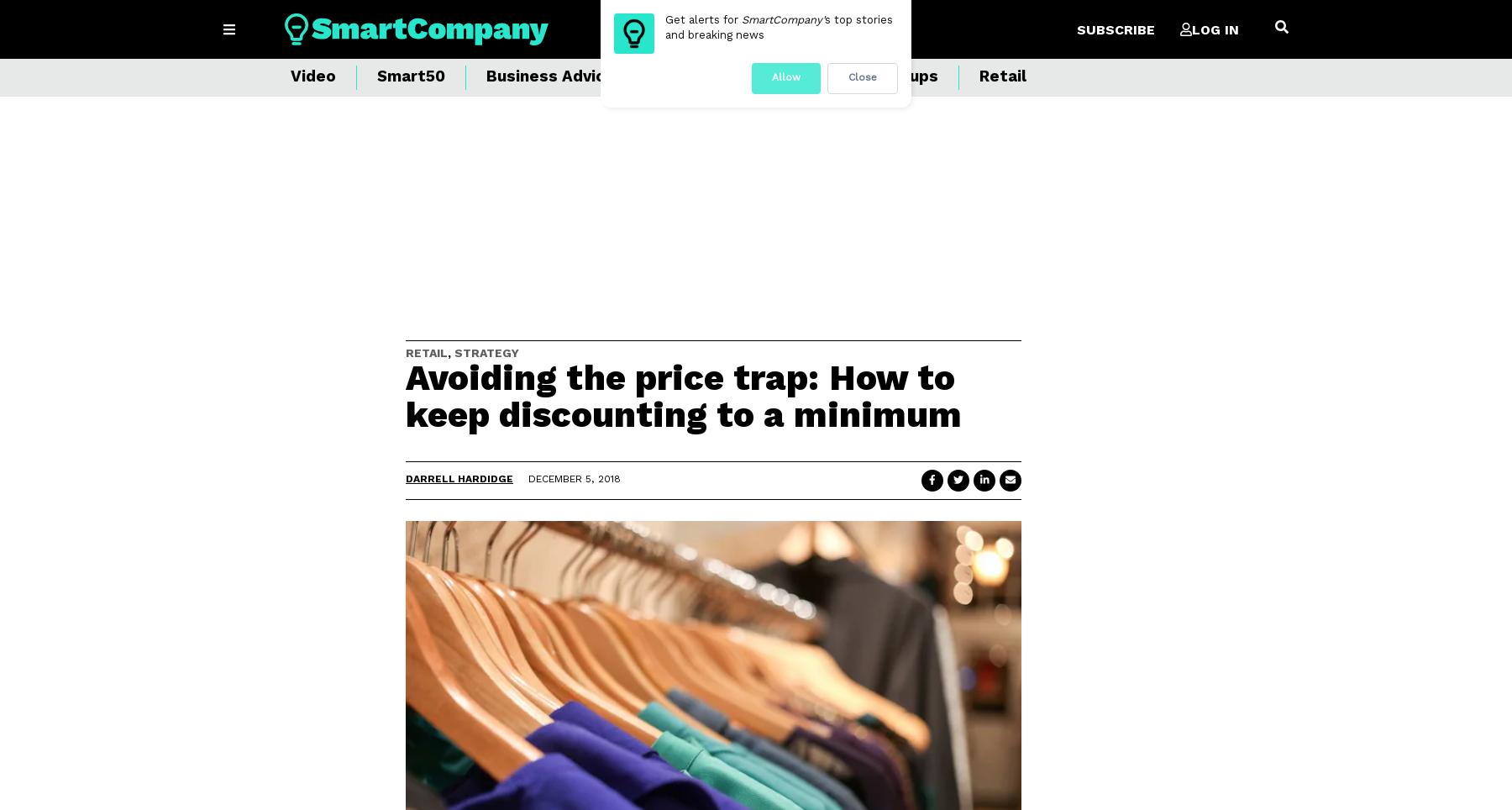  What do you see at coordinates (703, 19) in the screenshot?
I see `'Get alerts for'` at bounding box center [703, 19].